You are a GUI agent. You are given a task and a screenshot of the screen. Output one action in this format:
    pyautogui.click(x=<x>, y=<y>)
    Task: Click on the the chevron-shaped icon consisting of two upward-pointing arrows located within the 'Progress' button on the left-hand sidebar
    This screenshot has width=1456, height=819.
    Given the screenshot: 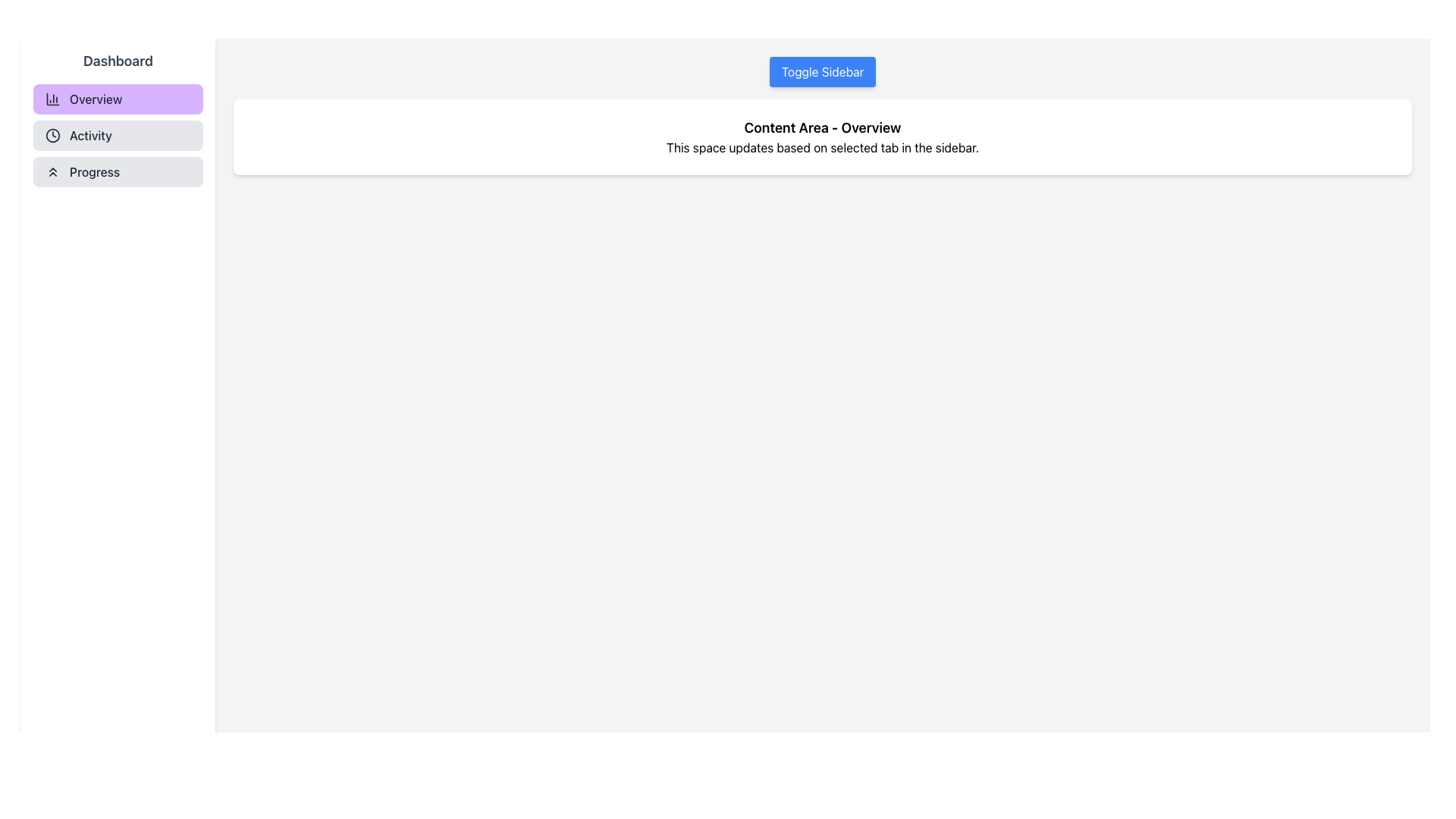 What is the action you would take?
    pyautogui.click(x=53, y=171)
    